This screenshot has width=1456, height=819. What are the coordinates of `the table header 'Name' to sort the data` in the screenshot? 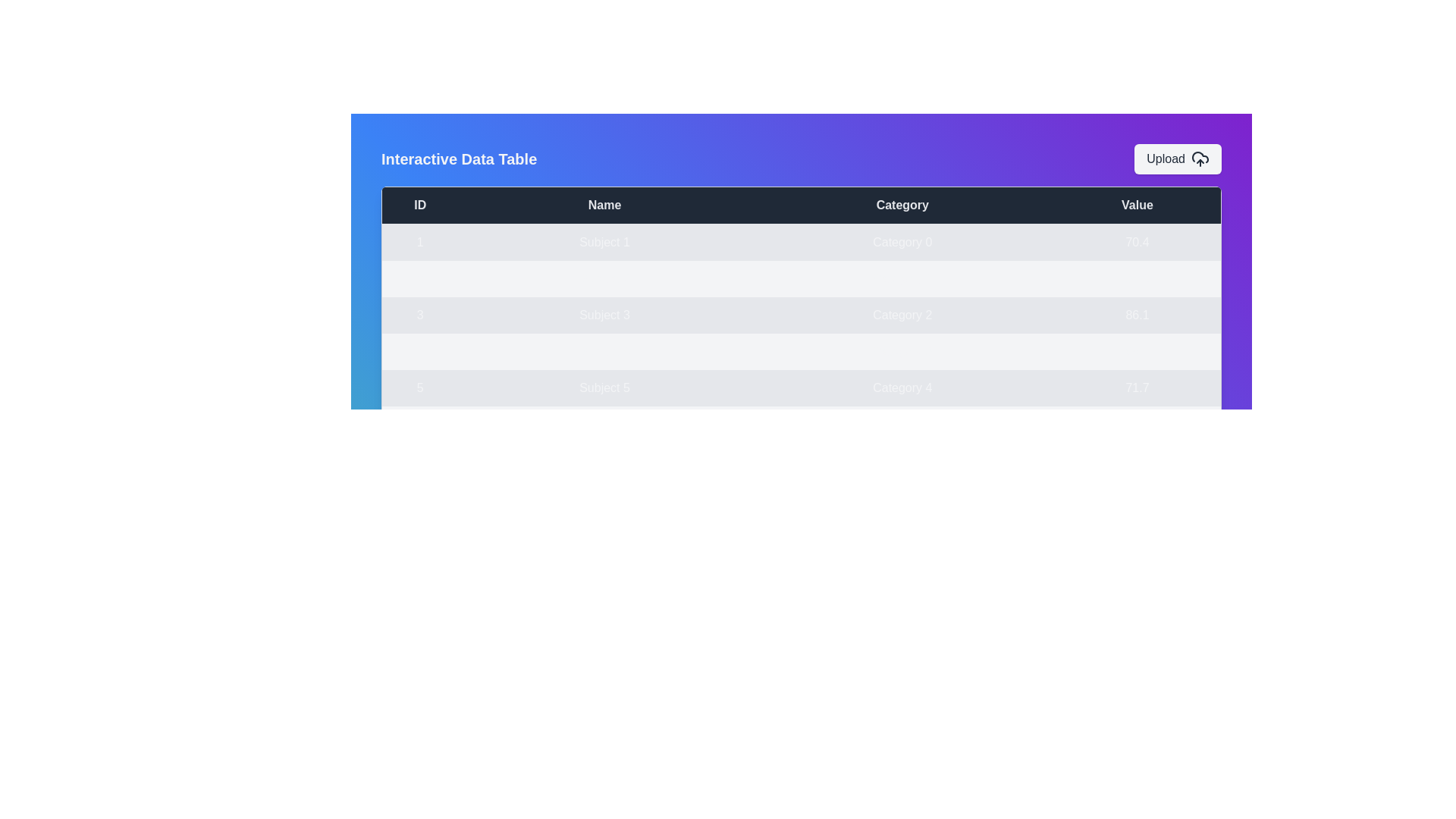 It's located at (604, 205).